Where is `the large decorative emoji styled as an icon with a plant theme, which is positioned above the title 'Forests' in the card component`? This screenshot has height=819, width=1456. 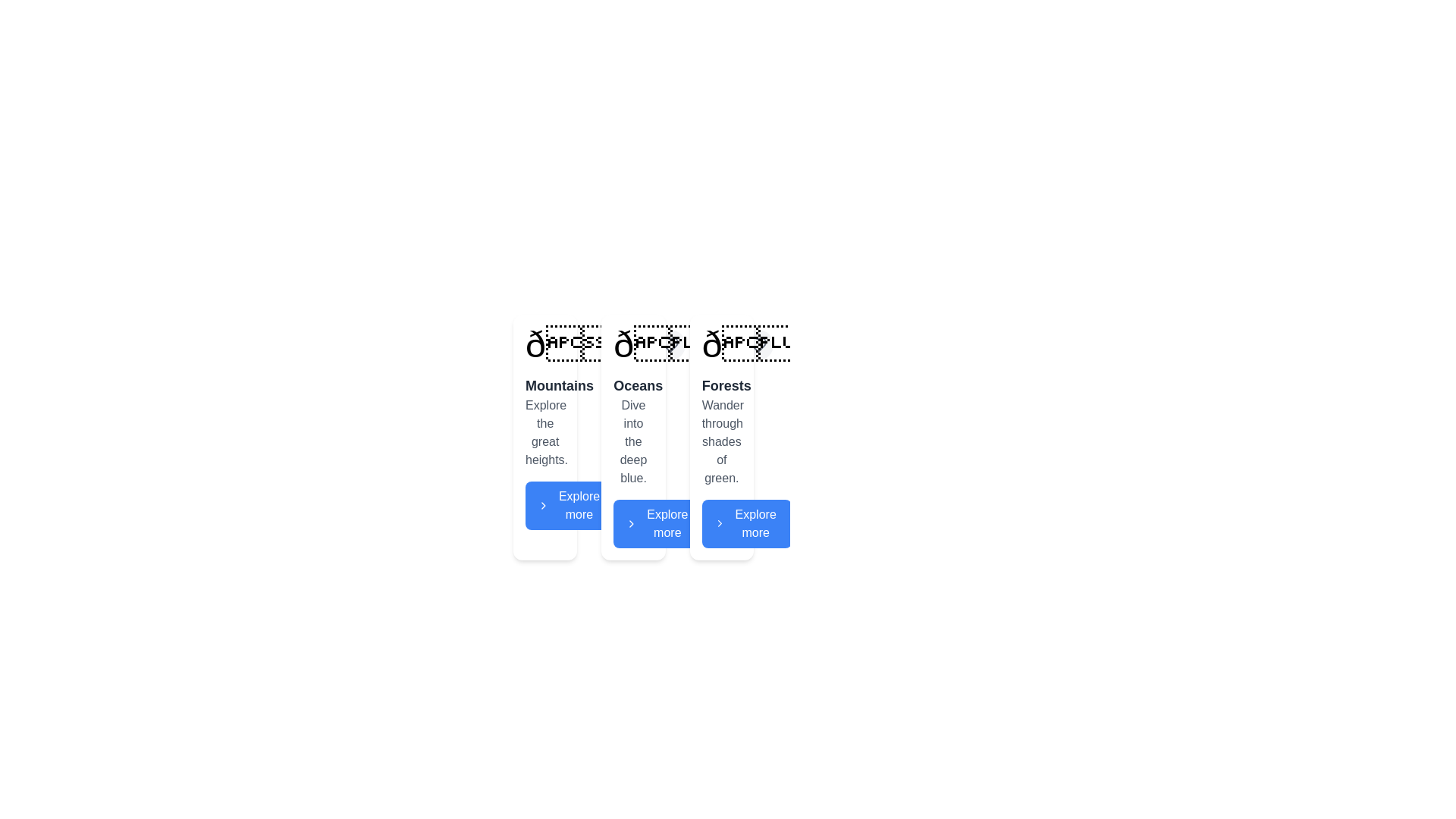
the large decorative emoji styled as an icon with a plant theme, which is positioned above the title 'Forests' in the card component is located at coordinates (720, 345).